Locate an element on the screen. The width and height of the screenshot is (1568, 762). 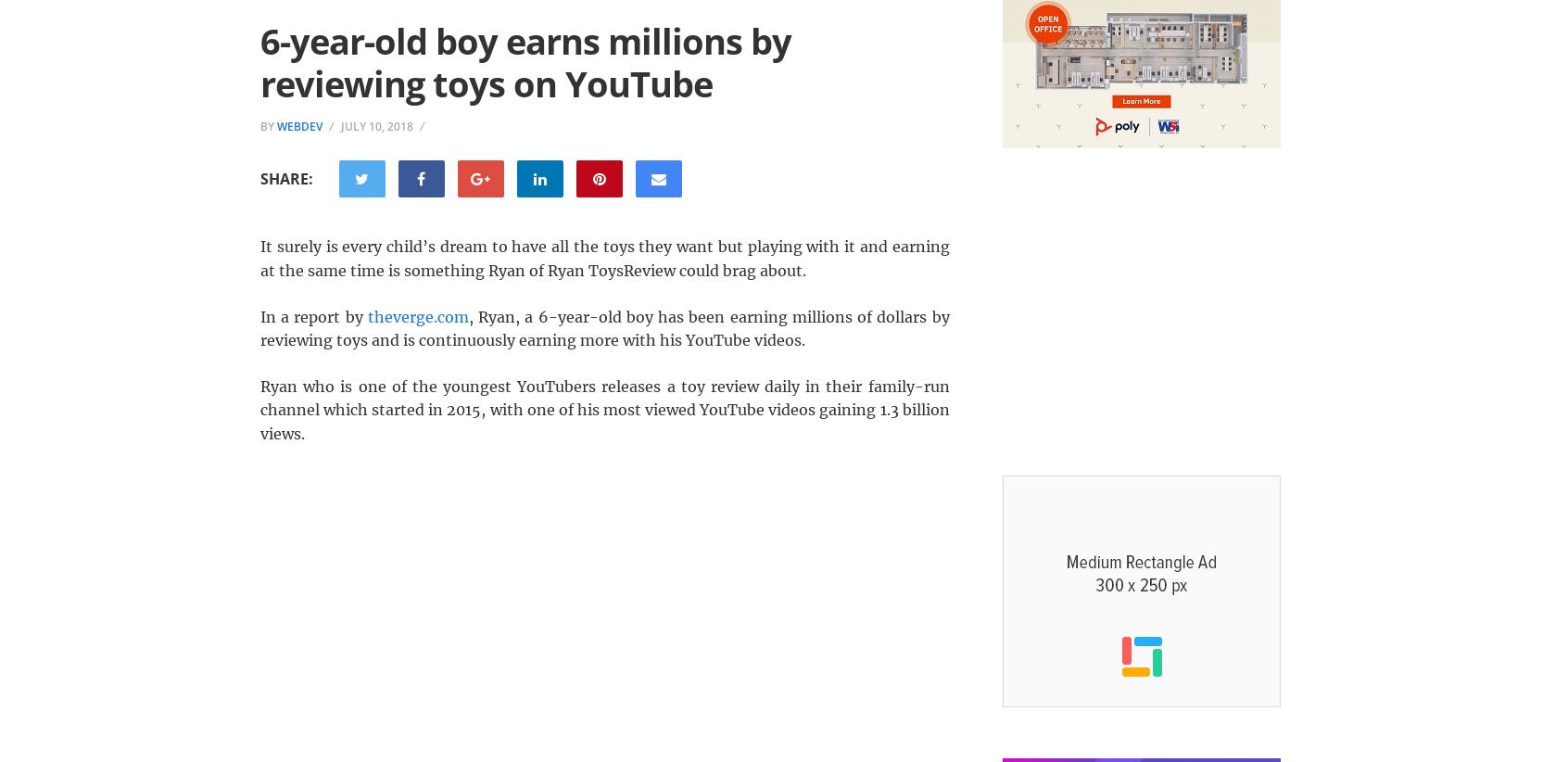
'Ryan who is one of the youngest YouTubers releases a toy review daily in their family-run channel which started in 2015, with one of his most viewed YouTube videos gaining 1.3 billion views.' is located at coordinates (604, 408).